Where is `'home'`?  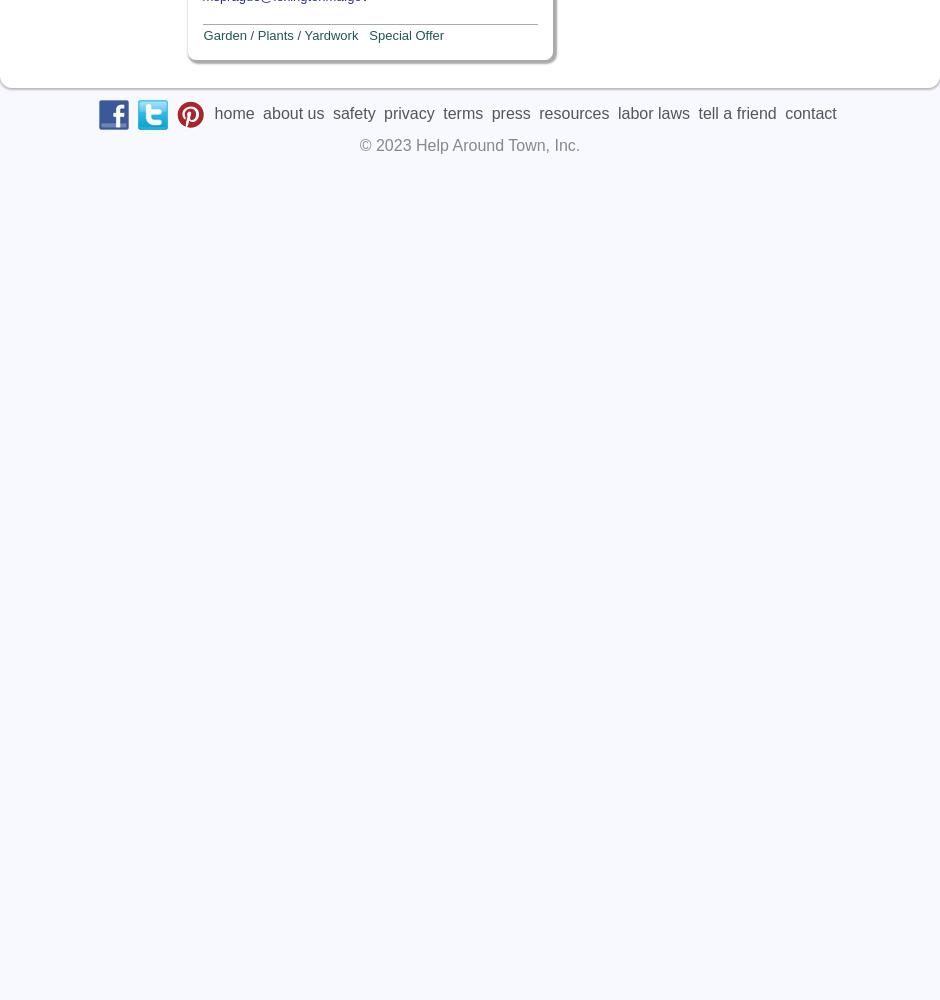 'home' is located at coordinates (213, 111).